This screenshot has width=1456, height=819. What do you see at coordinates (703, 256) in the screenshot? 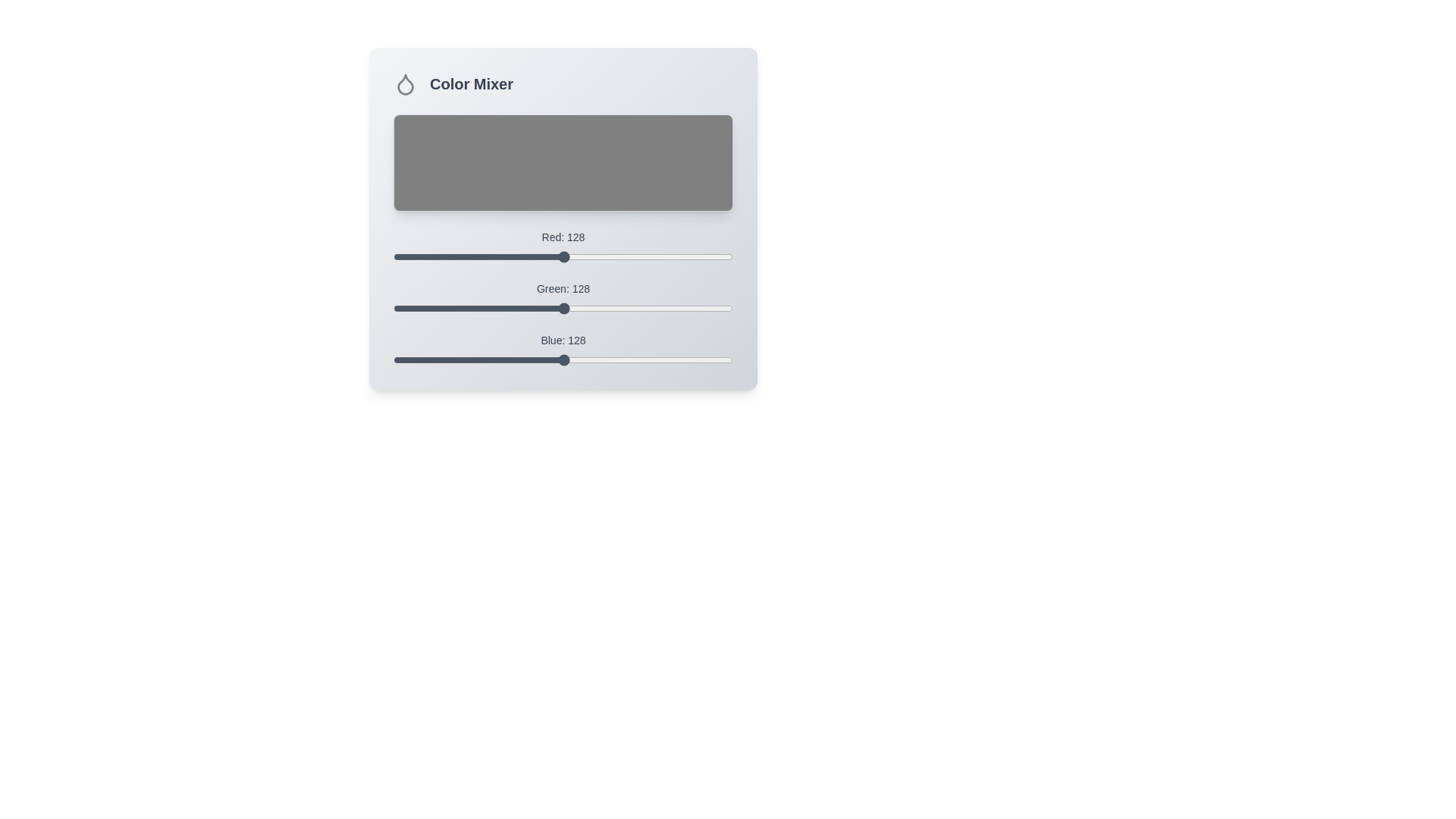
I see `the red color slider to set the red value to 233` at bounding box center [703, 256].